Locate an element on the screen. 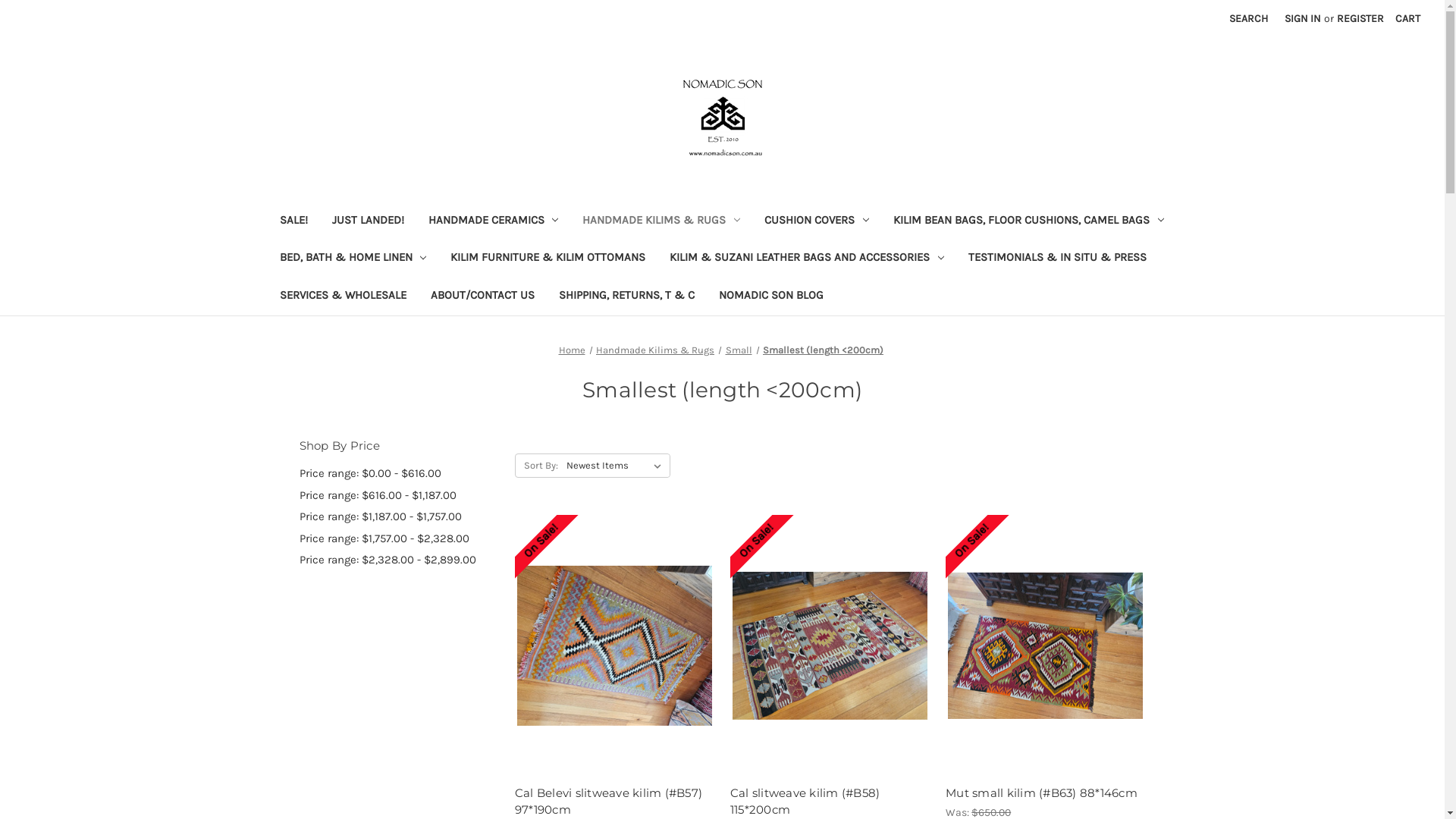  'KILIM BEAN BAGS, FLOOR CUSHIONS, CAMEL BAGS' is located at coordinates (1028, 221).